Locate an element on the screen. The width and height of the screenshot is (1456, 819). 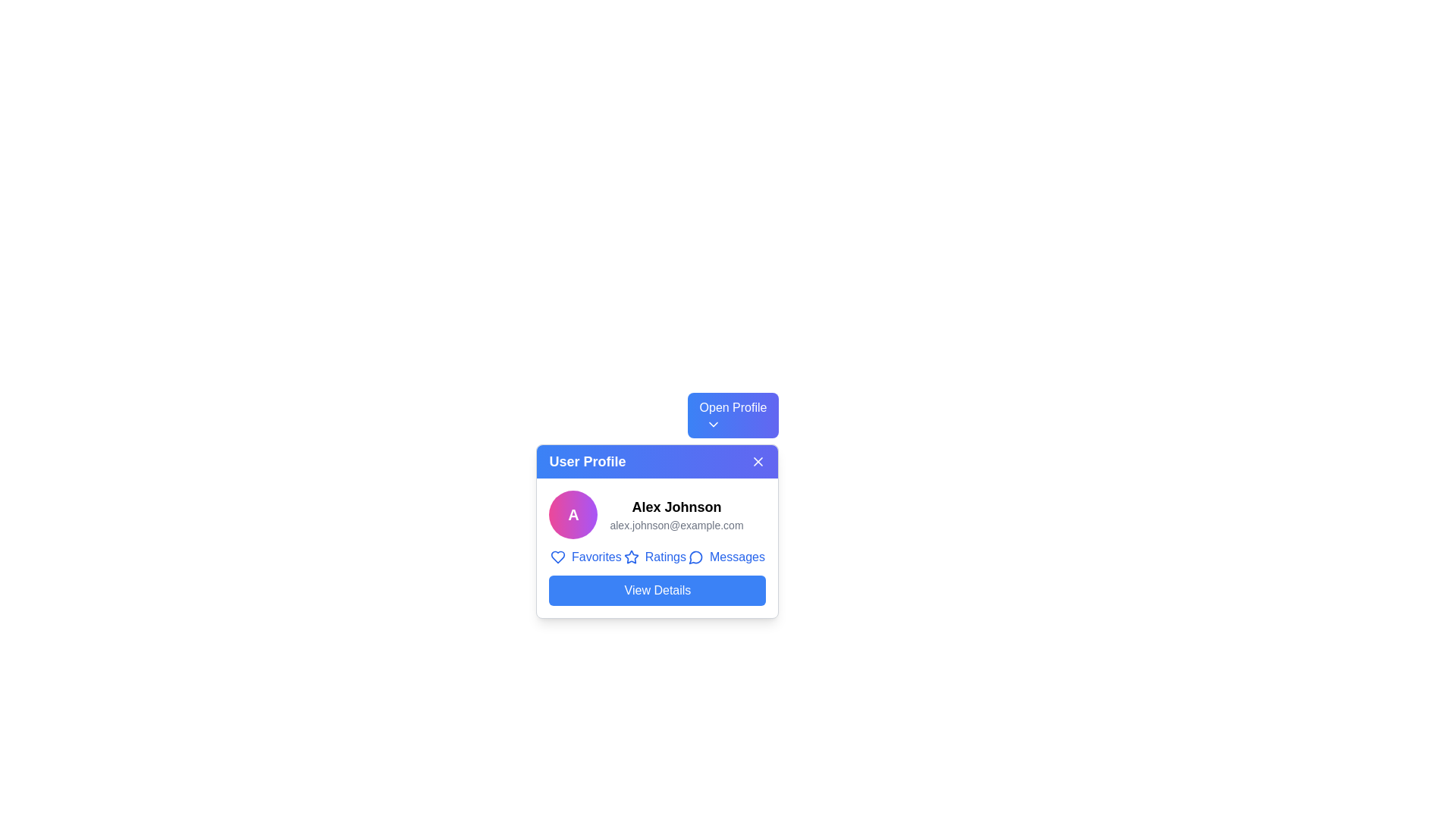
the user's profile picture icon located at the top-left corner of the user profile card, adjacent to the text 'Alex Johnson' and 'alex.johnson@example.com' is located at coordinates (573, 513).